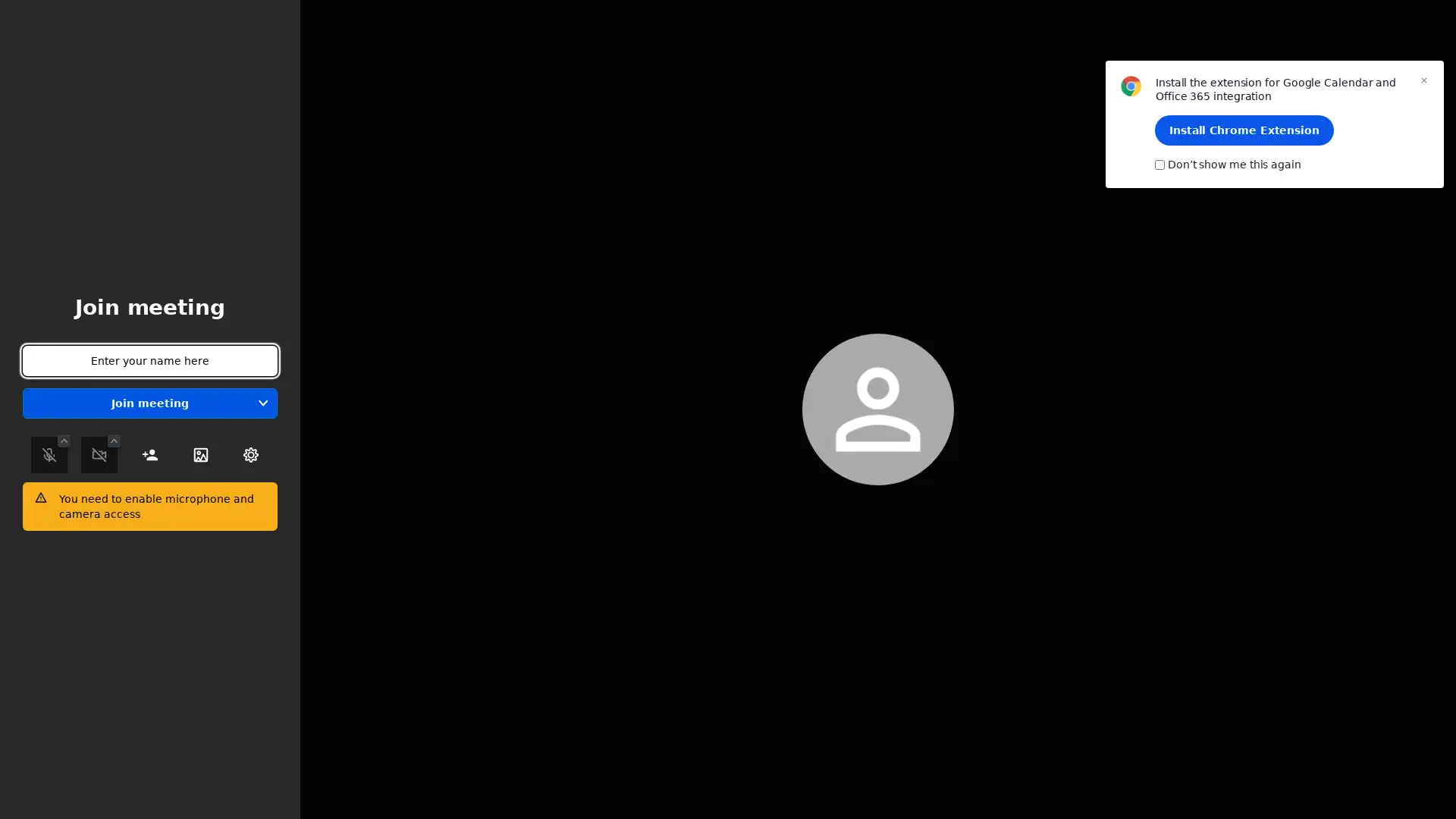 The height and width of the screenshot is (819, 1456). I want to click on Join meeting, so click(149, 403).